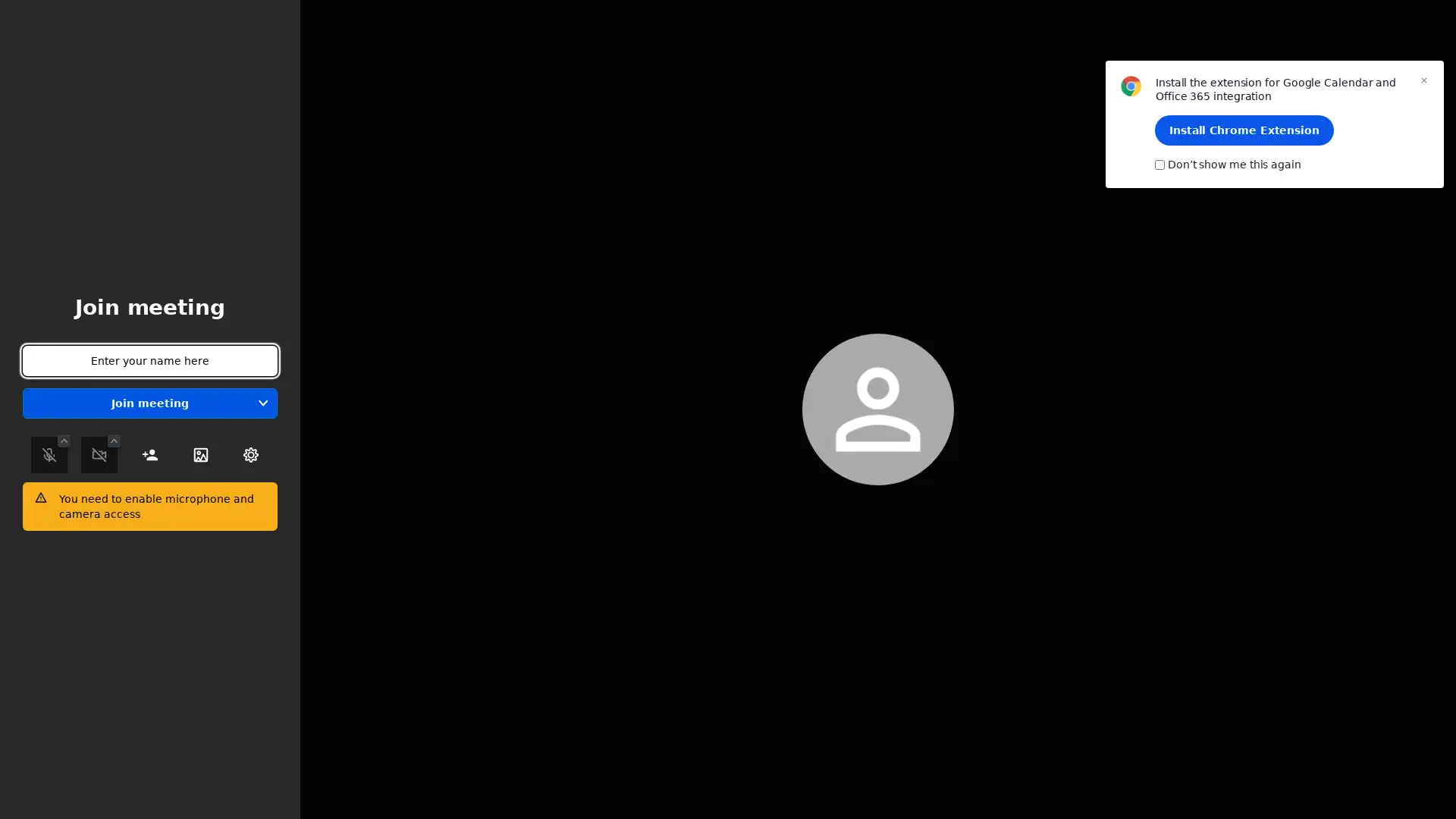 The height and width of the screenshot is (819, 1456). I want to click on Join meeting, so click(149, 403).